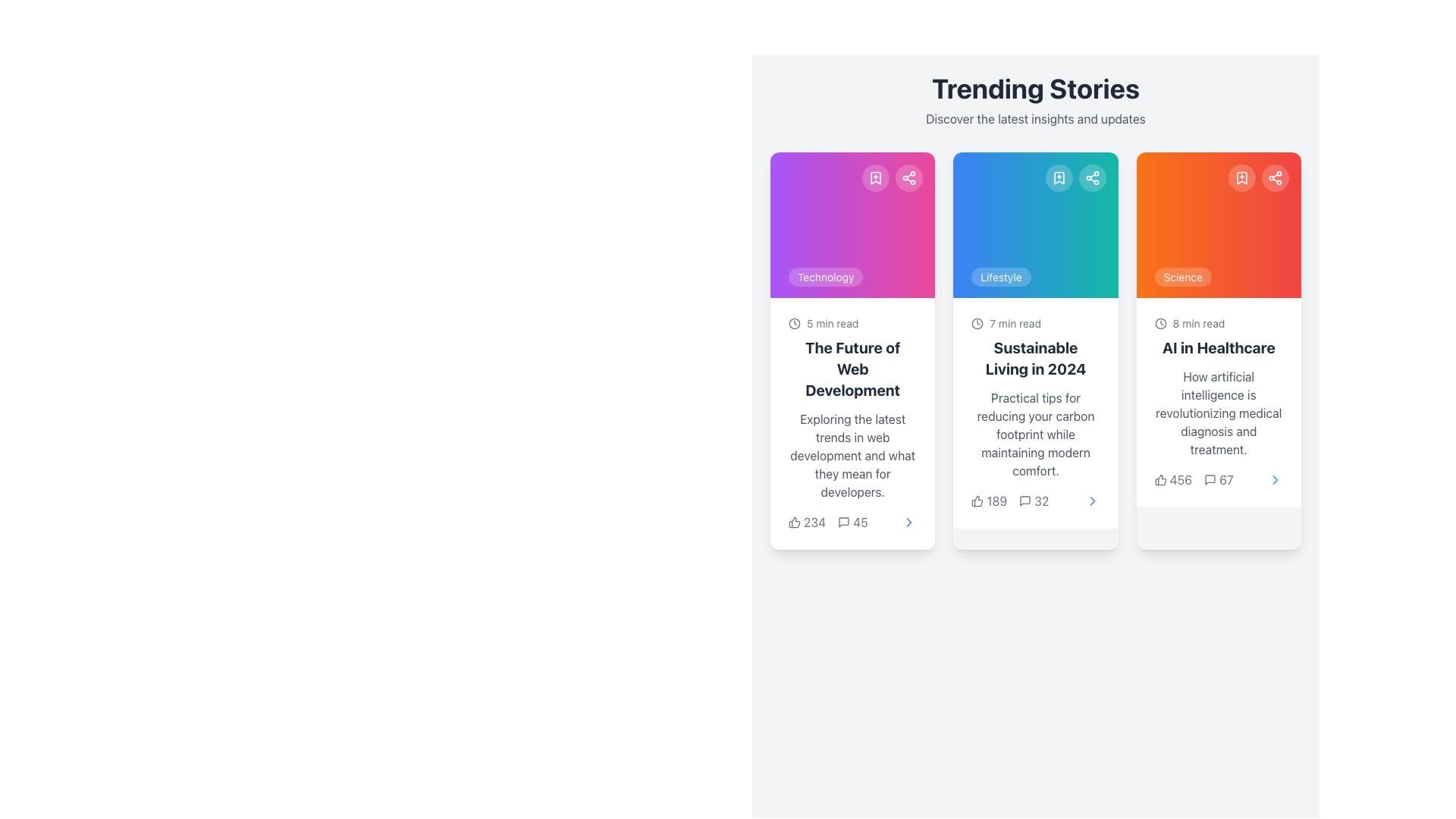 The image size is (1456, 819). Describe the element at coordinates (977, 500) in the screenshot. I see `the thumbs-up icon, which is a graphical representation of approval, located in the bottom-left segment of the second card in a triplet of cards` at that location.